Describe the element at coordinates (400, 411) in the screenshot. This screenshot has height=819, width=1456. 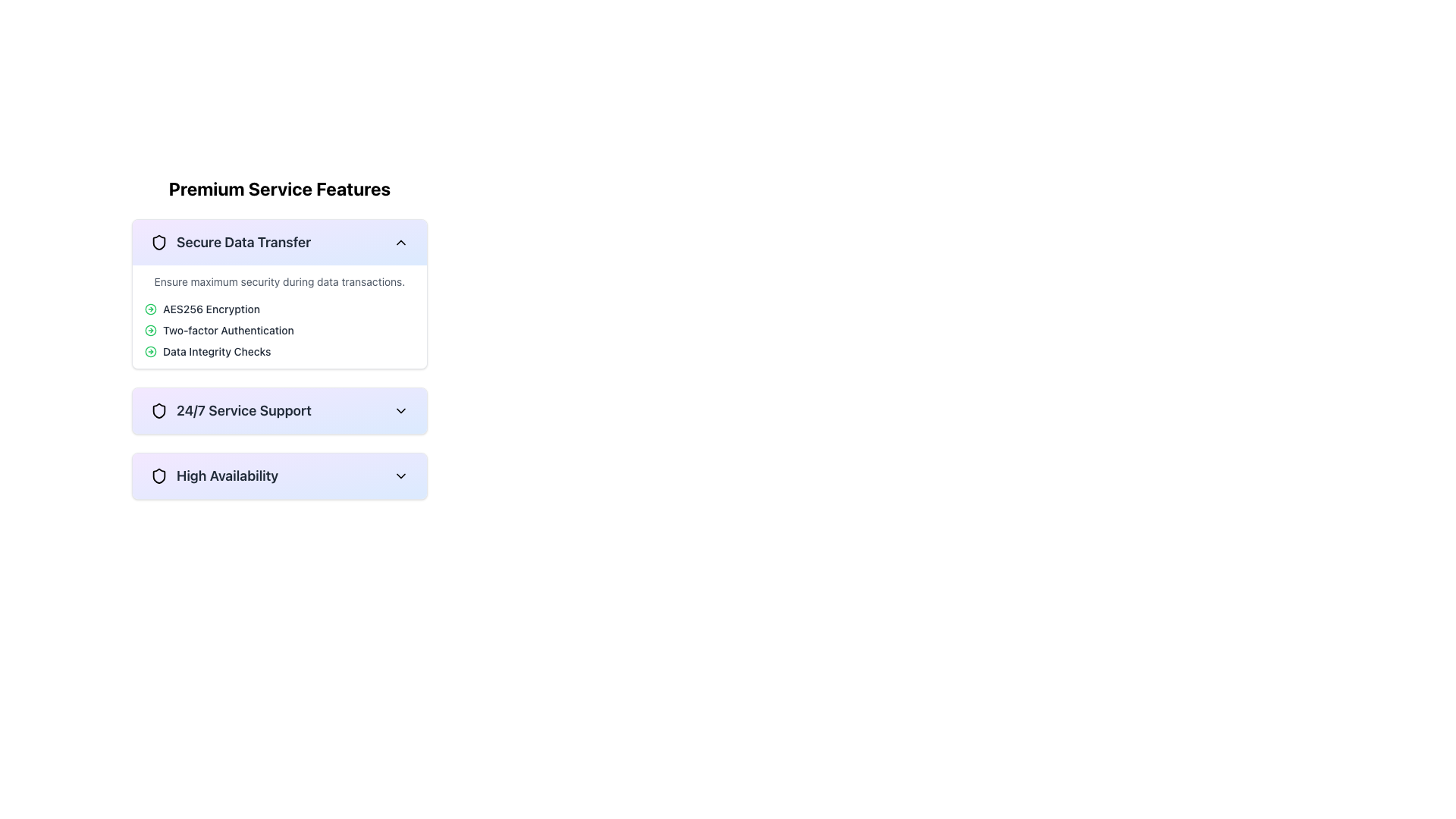
I see `the downward-pointing chevron icon located at the far right of the '24/7 Service Support' text` at that location.